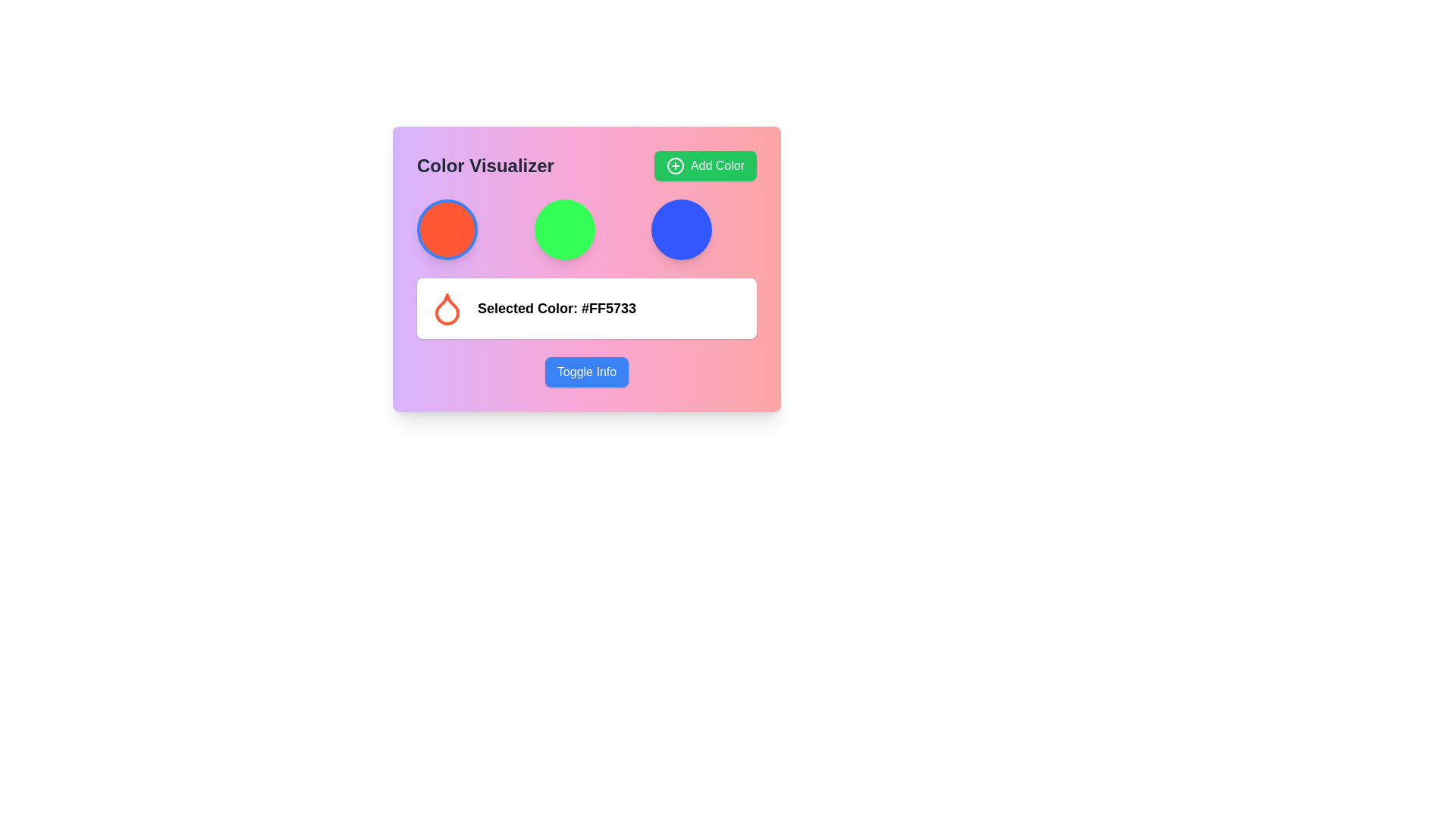  Describe the element at coordinates (447, 309) in the screenshot. I see `the color representation icon that visually indicates the selected hue, located next to the text 'Selected Color: #FF5733'` at that location.